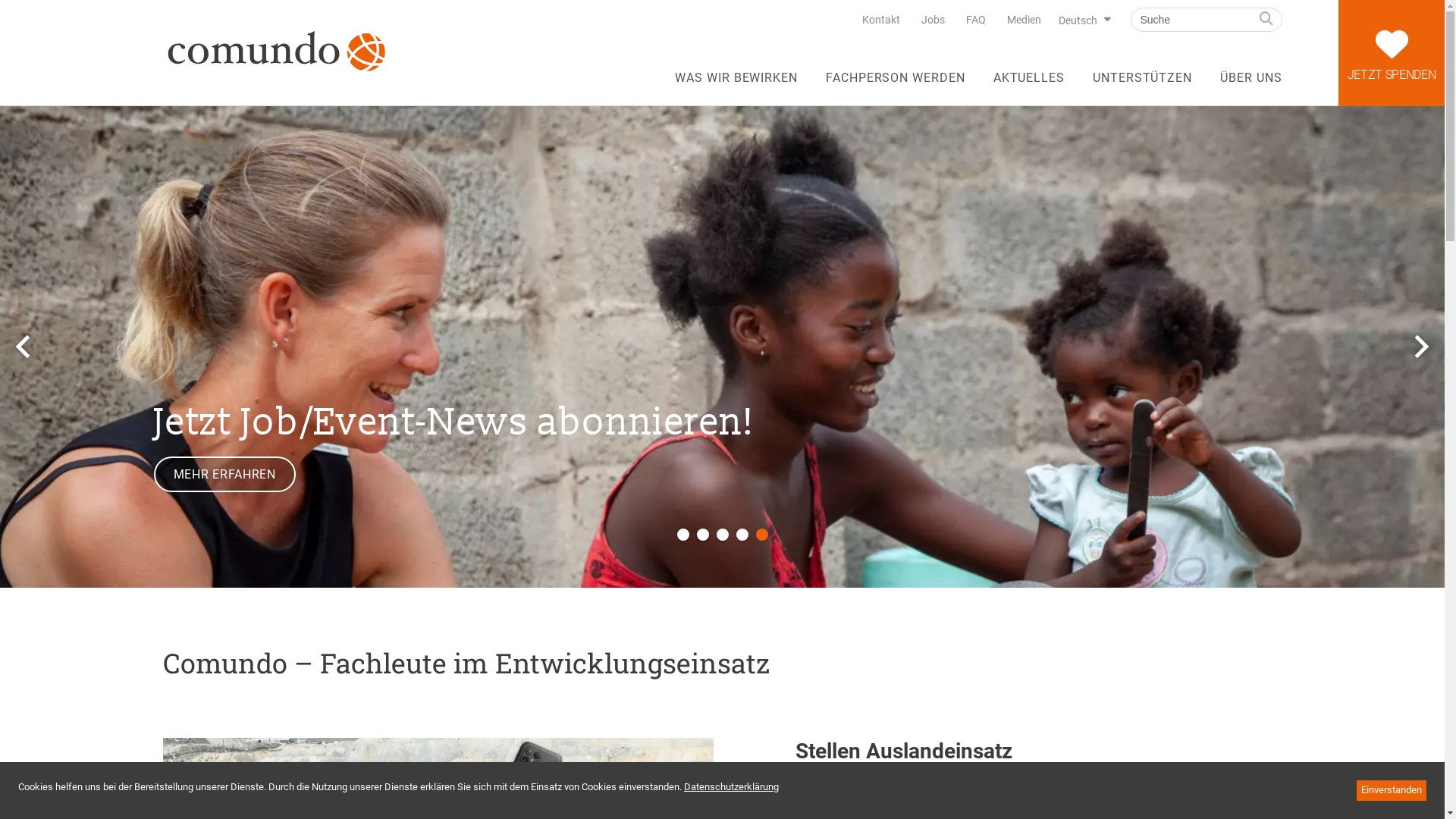 The width and height of the screenshot is (1456, 819). I want to click on 'MEHR ERFAHREN', so click(223, 473).